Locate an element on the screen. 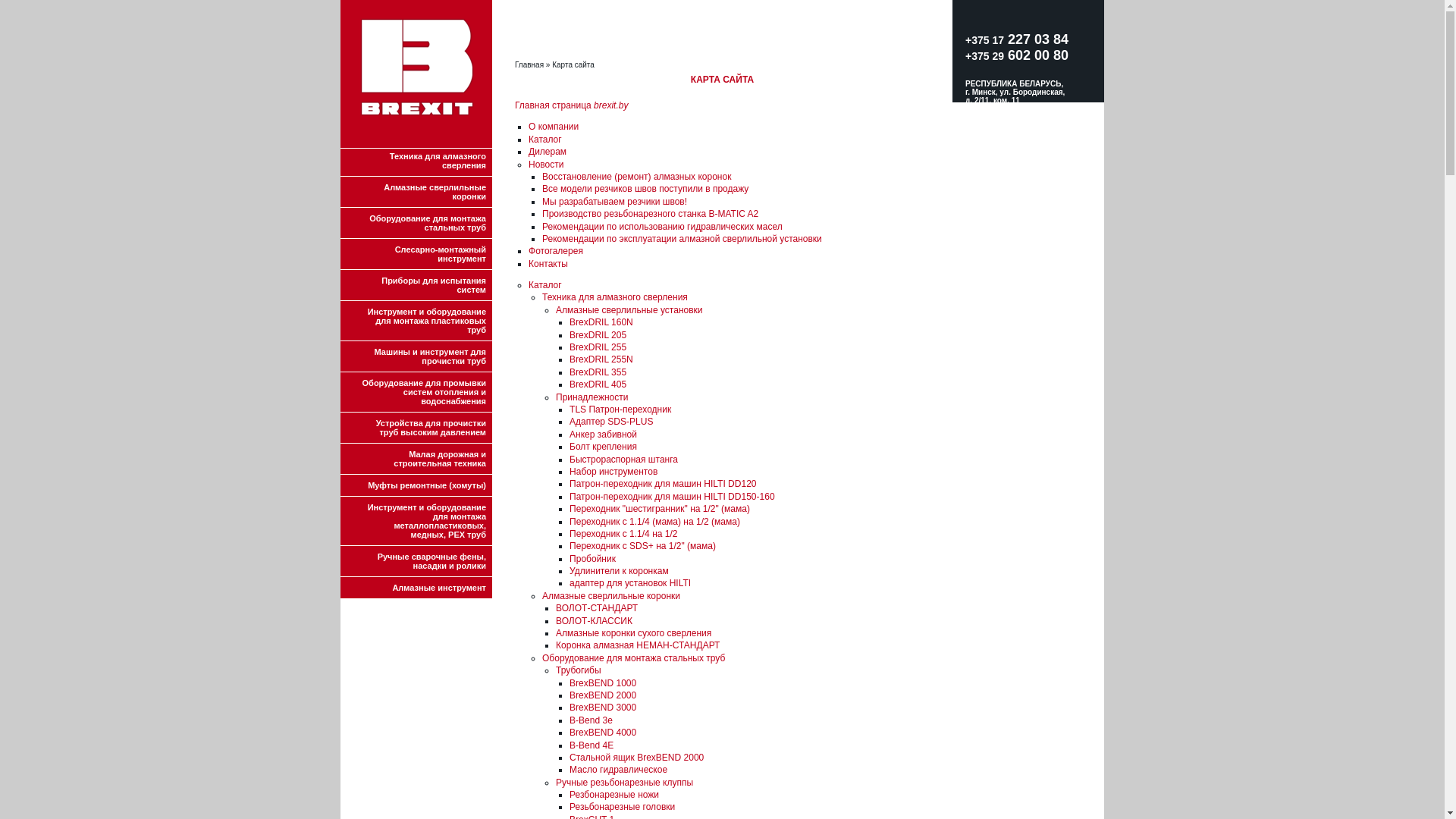 This screenshot has width=1456, height=819. 'BrexDRIL 405' is located at coordinates (597, 383).